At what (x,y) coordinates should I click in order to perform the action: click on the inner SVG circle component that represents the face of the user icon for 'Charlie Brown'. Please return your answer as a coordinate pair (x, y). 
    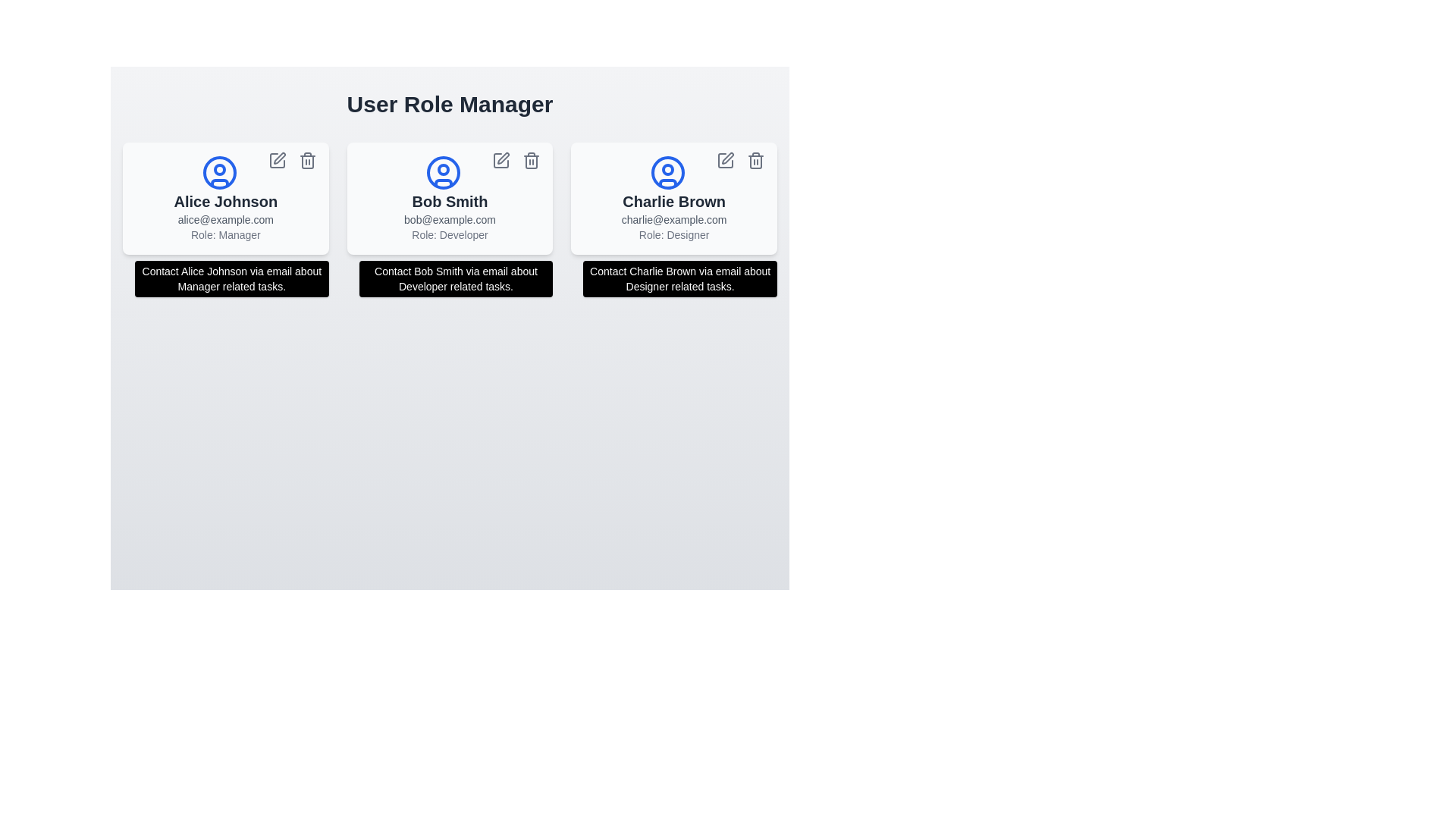
    Looking at the image, I should click on (667, 169).